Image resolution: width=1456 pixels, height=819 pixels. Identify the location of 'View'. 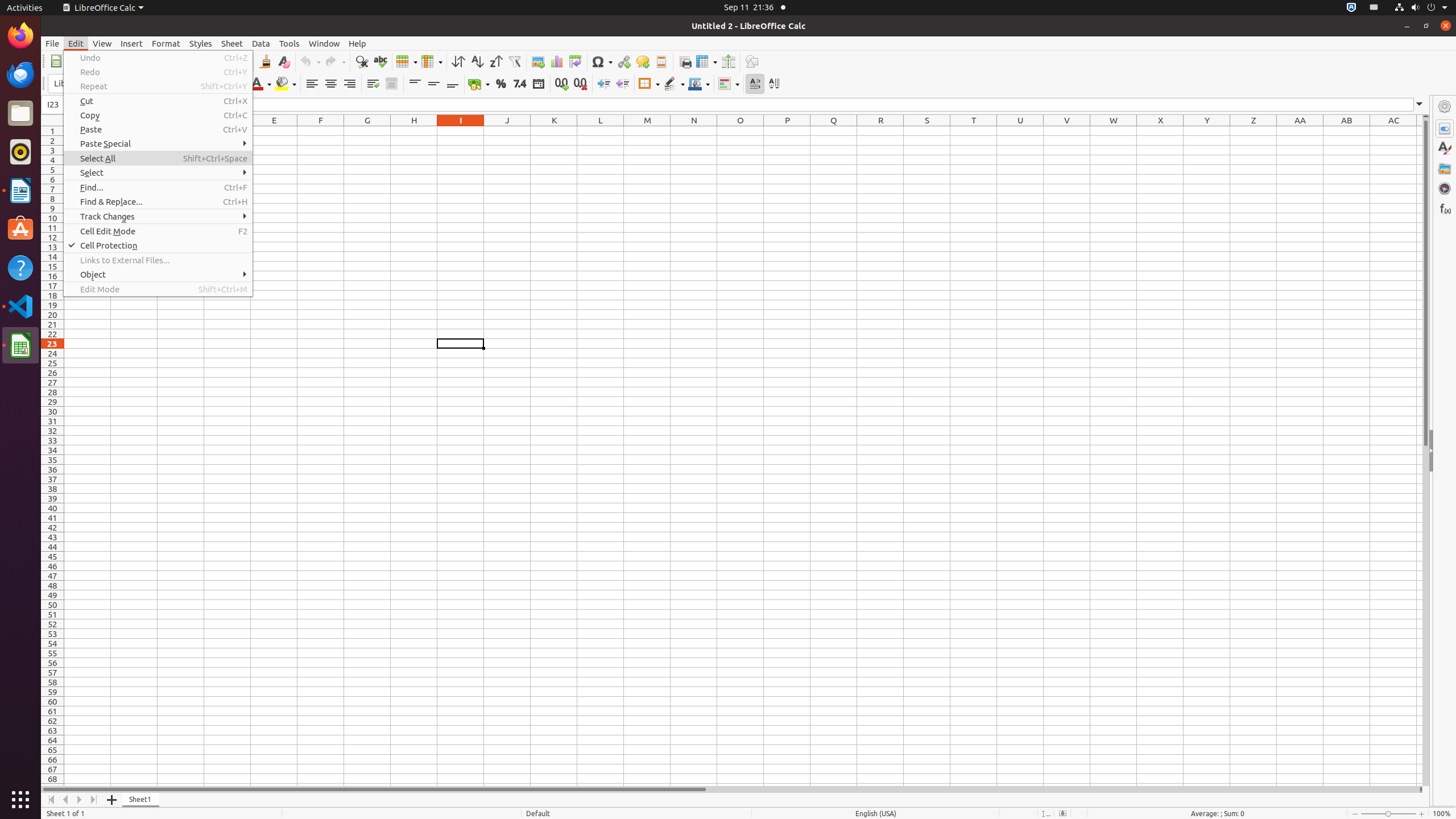
(102, 43).